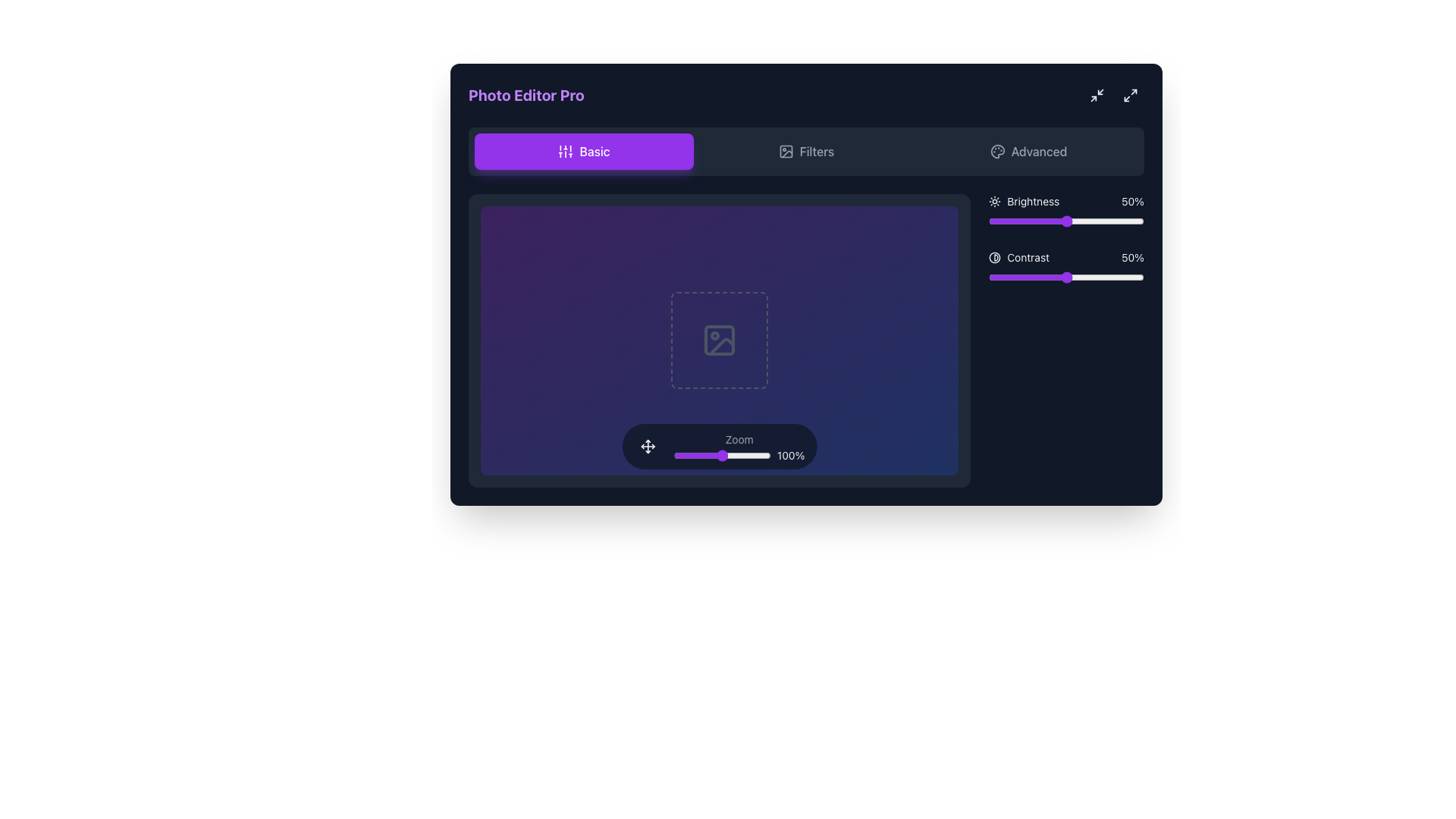  I want to click on slider value, so click(1025, 221).